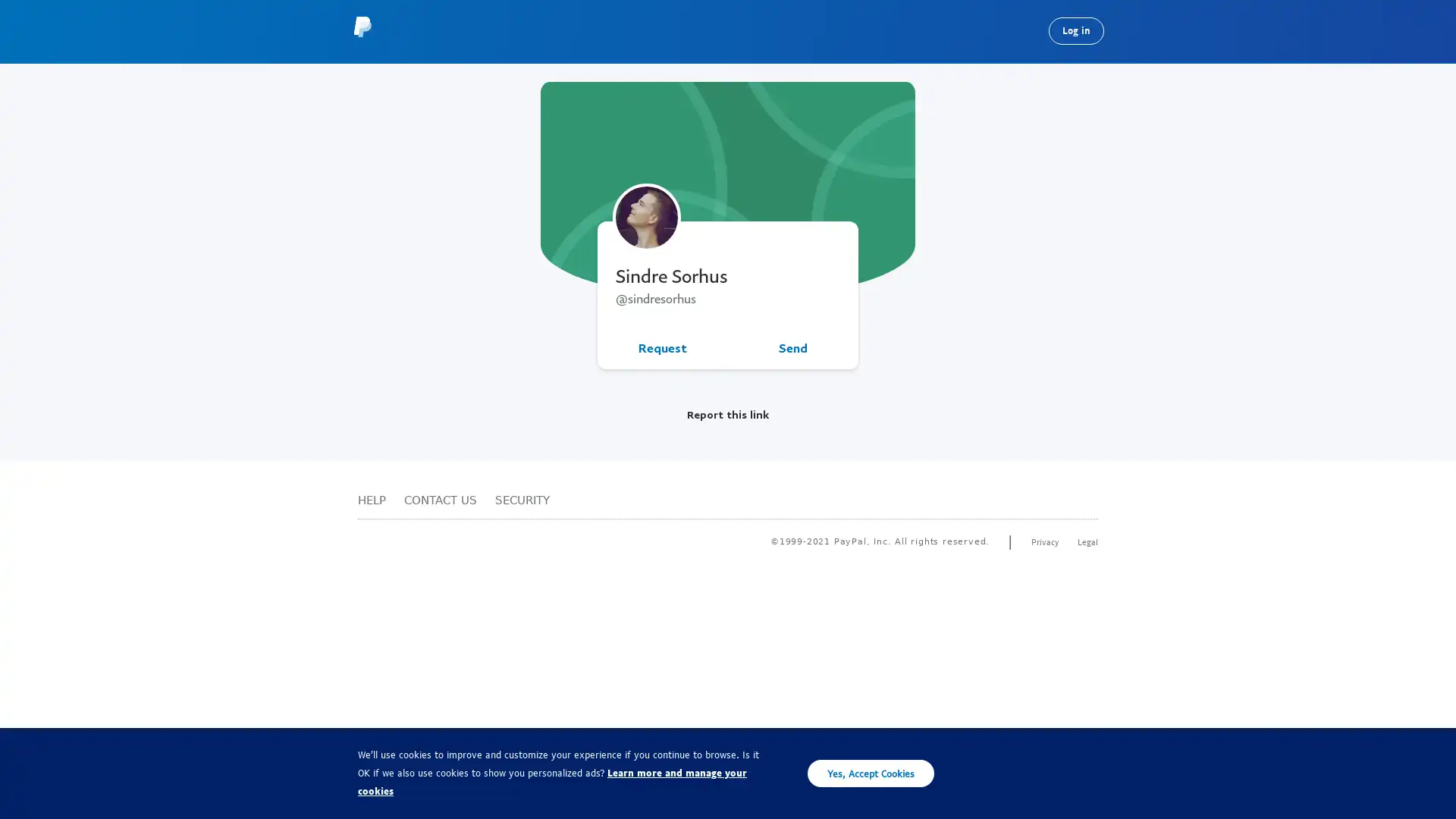 This screenshot has width=1456, height=819. I want to click on Yes, Accept Cookies, so click(871, 773).